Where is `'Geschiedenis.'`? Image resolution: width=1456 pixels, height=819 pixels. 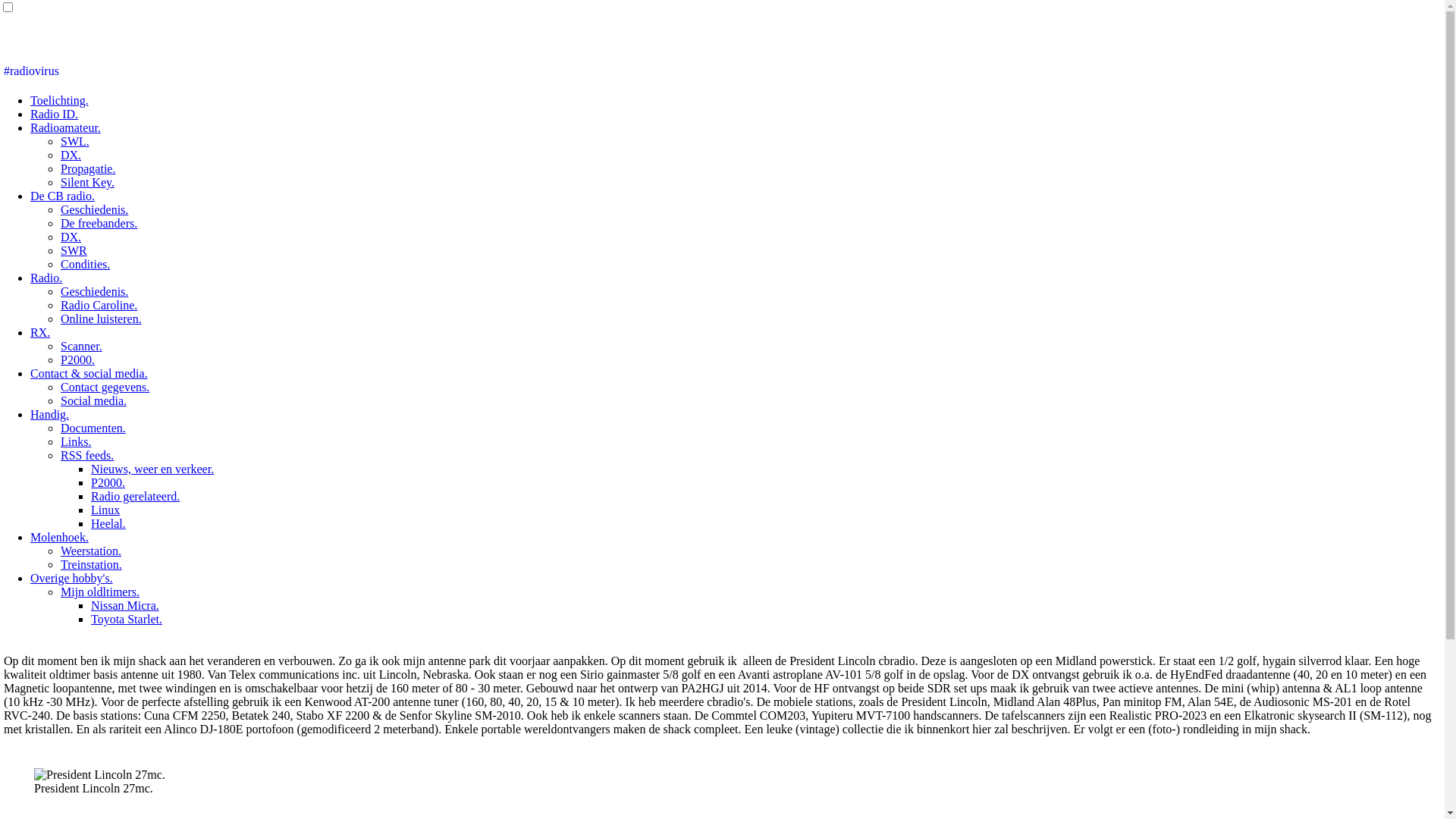
'Geschiedenis.' is located at coordinates (93, 291).